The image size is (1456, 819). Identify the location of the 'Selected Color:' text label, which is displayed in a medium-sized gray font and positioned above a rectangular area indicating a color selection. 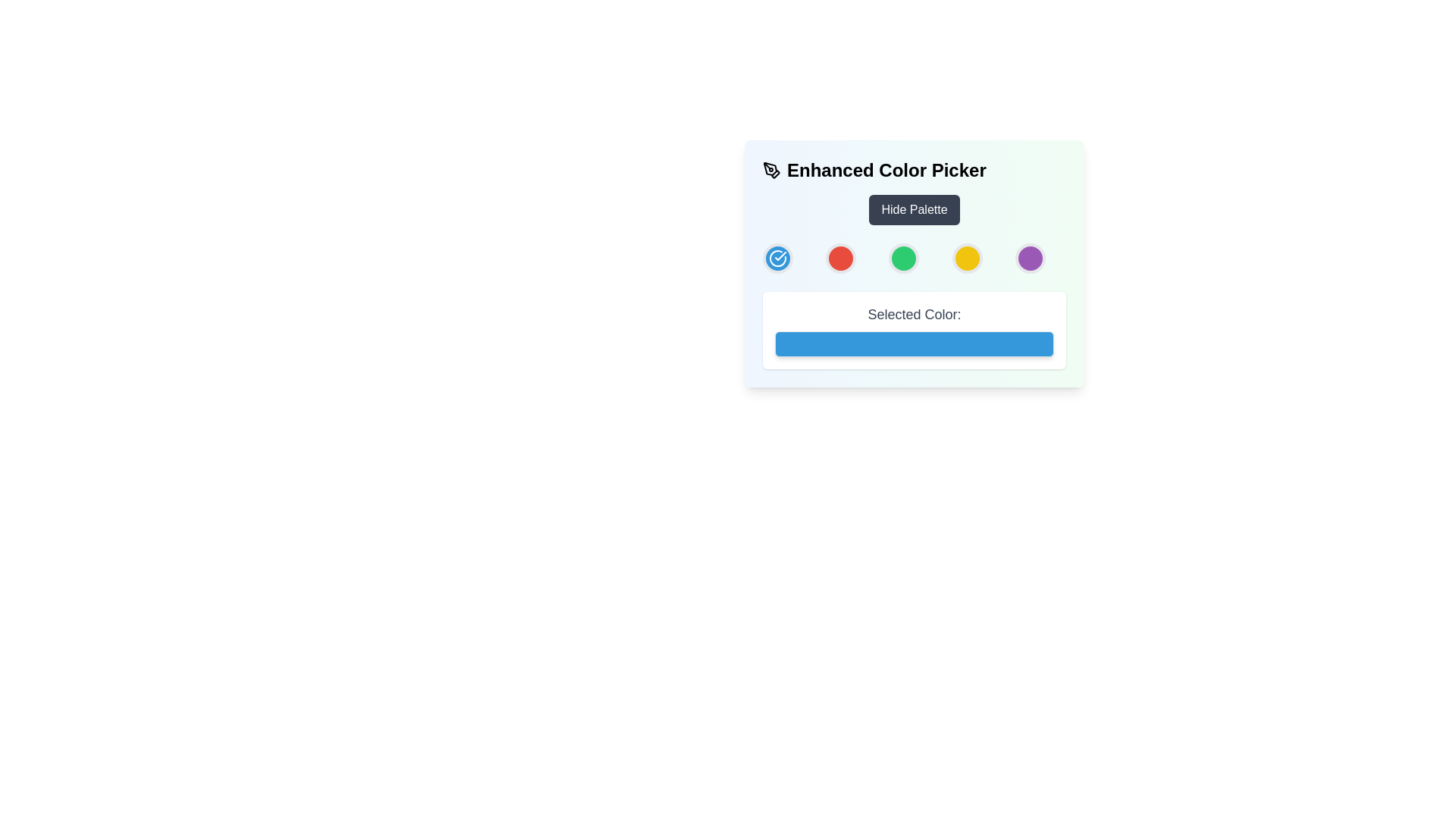
(913, 314).